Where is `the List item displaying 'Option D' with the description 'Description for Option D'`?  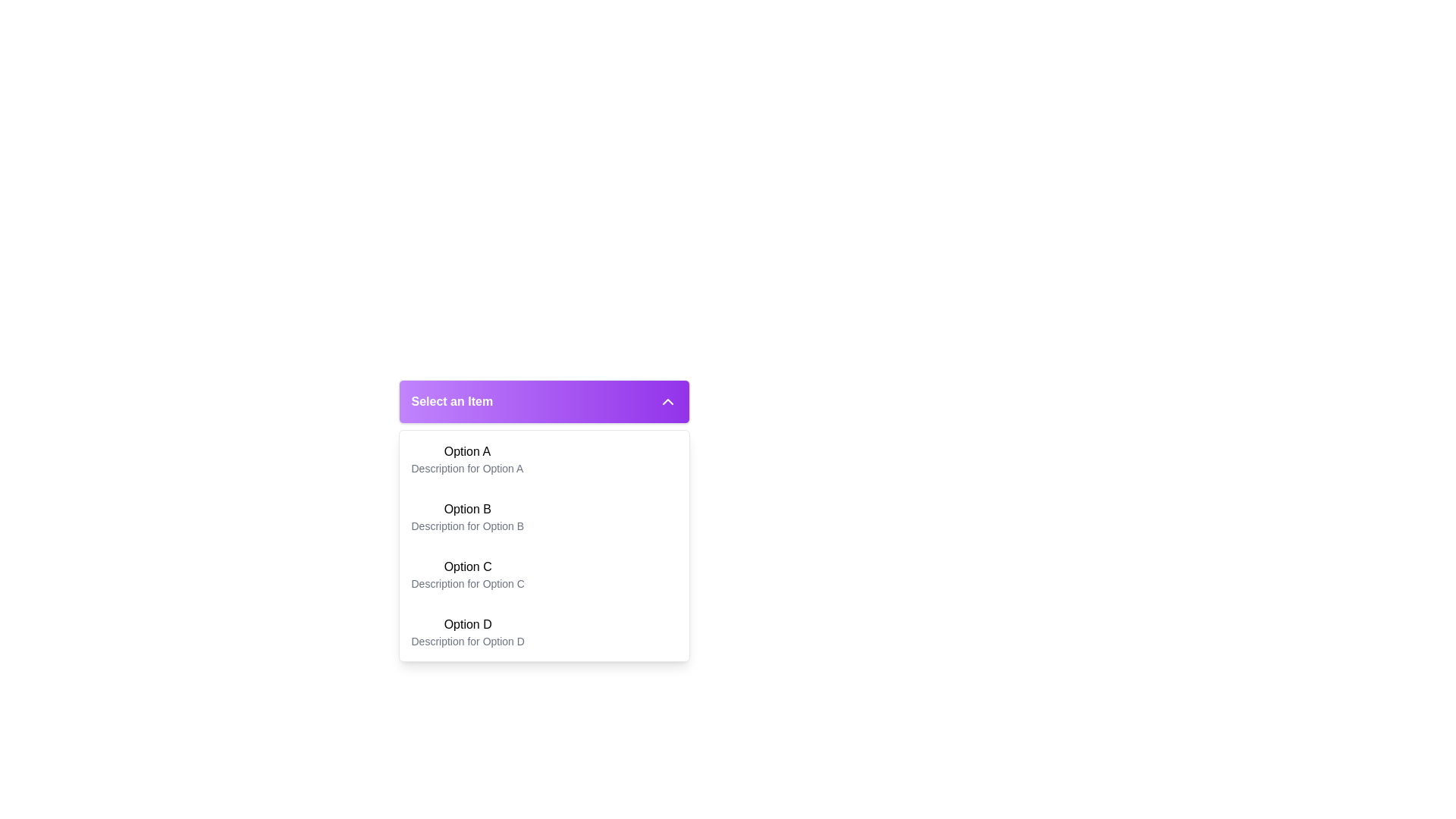 the List item displaying 'Option D' with the description 'Description for Option D' is located at coordinates (467, 632).